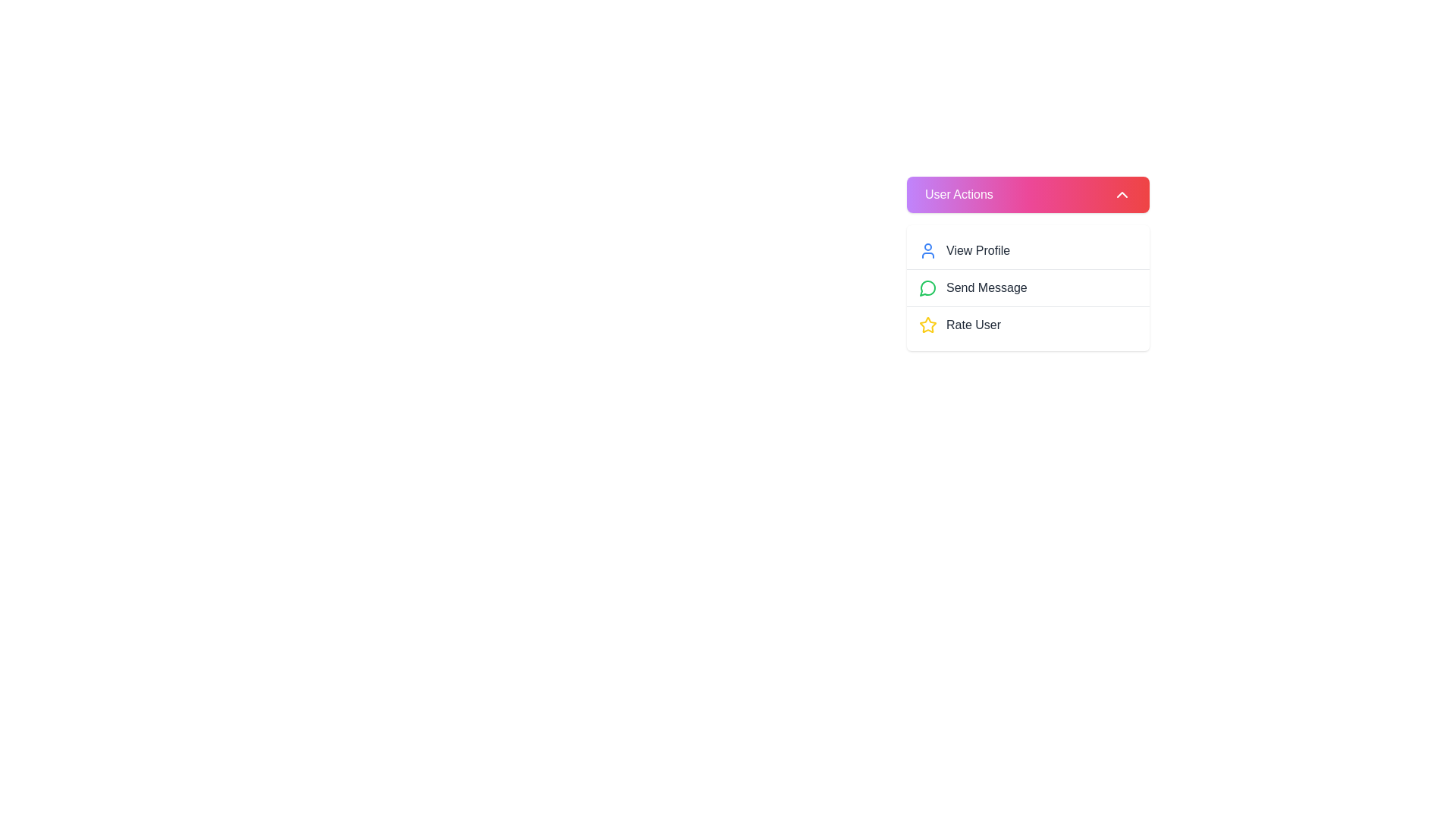 The image size is (1456, 819). What do you see at coordinates (974, 324) in the screenshot?
I see `the 'Rate User' text label in the 'User Actions' dropdown menu, which is the last entry below 'View Profile' and 'Send Message', and is aligned with a yellow star icon` at bounding box center [974, 324].